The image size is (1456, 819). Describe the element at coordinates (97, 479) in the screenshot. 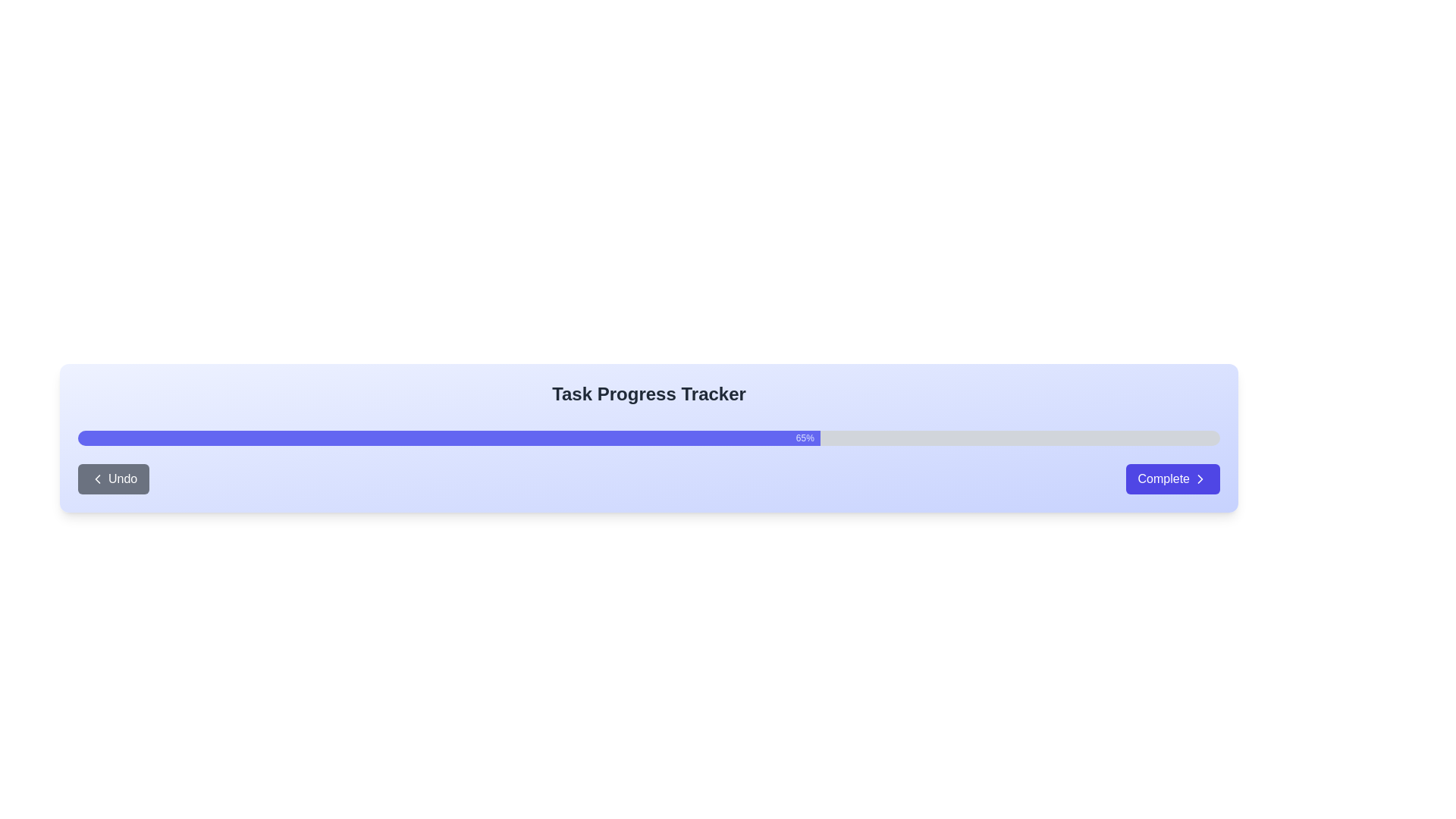

I see `the left-facing chevron icon within the 'Undo' button located at the bottom-left corner of the interface` at that location.